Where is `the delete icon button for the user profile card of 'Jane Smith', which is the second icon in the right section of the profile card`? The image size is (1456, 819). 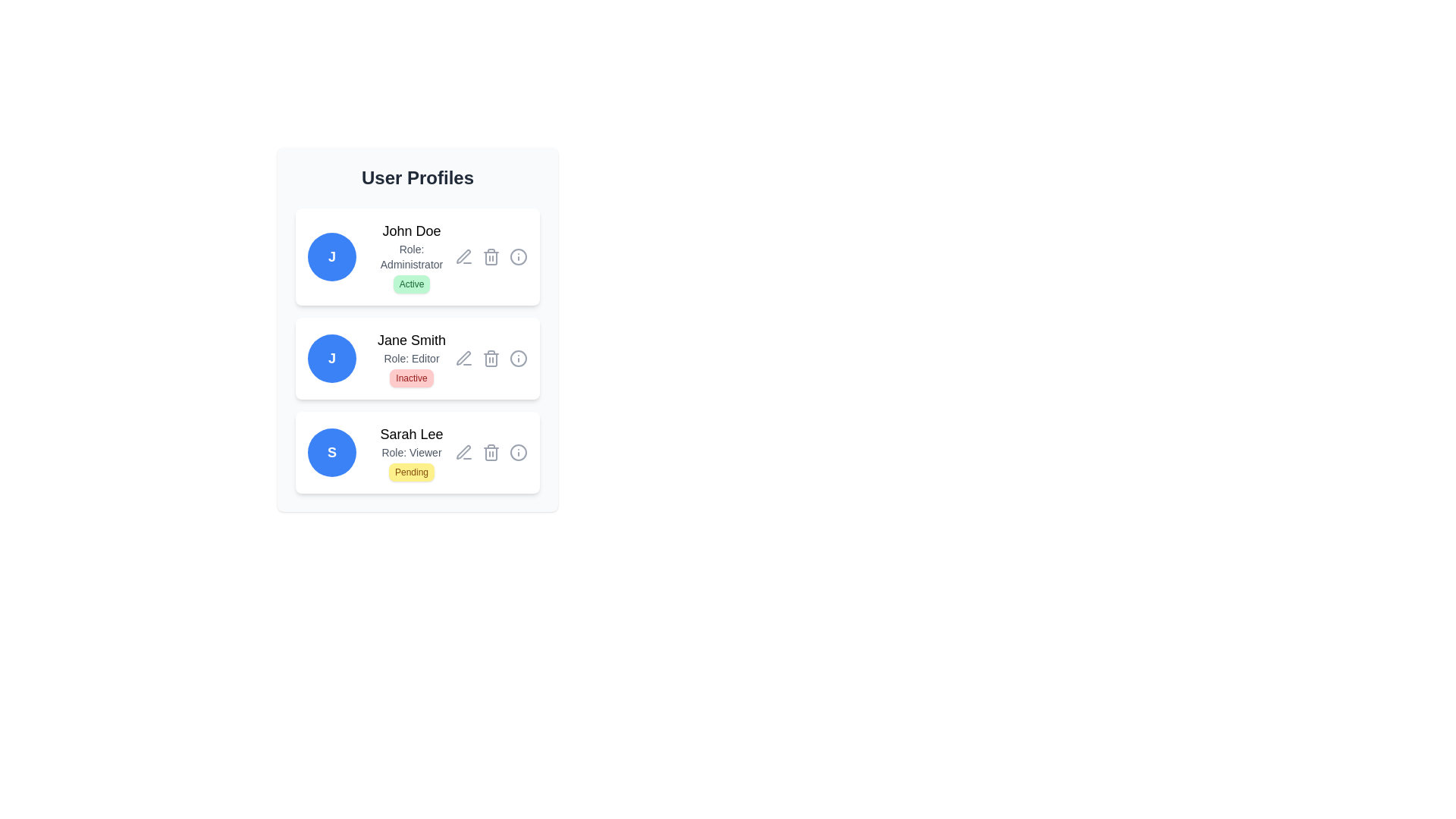 the delete icon button for the user profile card of 'Jane Smith', which is the second icon in the right section of the profile card is located at coordinates (491, 359).